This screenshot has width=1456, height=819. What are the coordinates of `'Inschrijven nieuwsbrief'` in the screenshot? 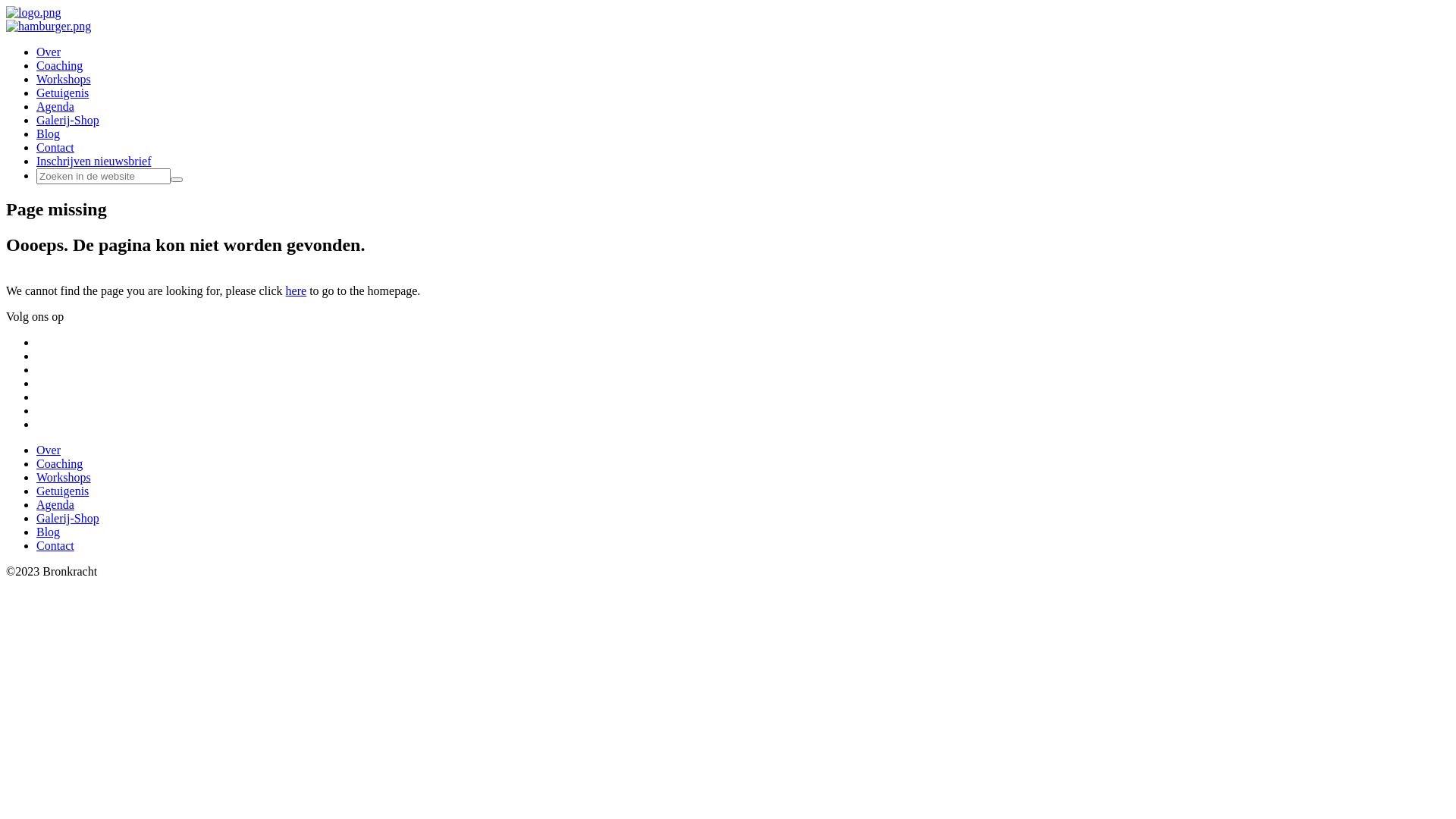 It's located at (93, 161).